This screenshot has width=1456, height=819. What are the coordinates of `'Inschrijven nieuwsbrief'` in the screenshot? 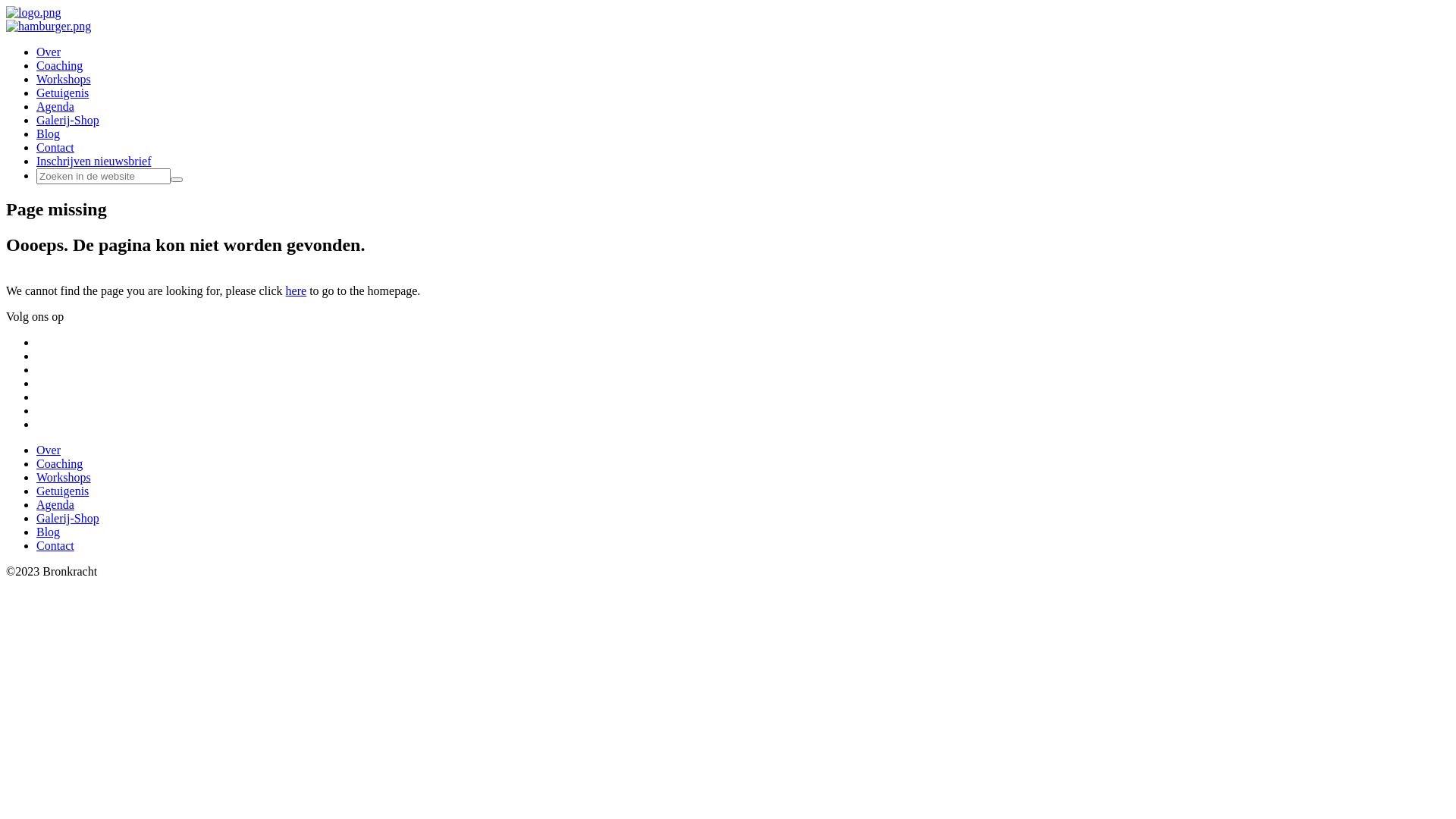 It's located at (93, 161).